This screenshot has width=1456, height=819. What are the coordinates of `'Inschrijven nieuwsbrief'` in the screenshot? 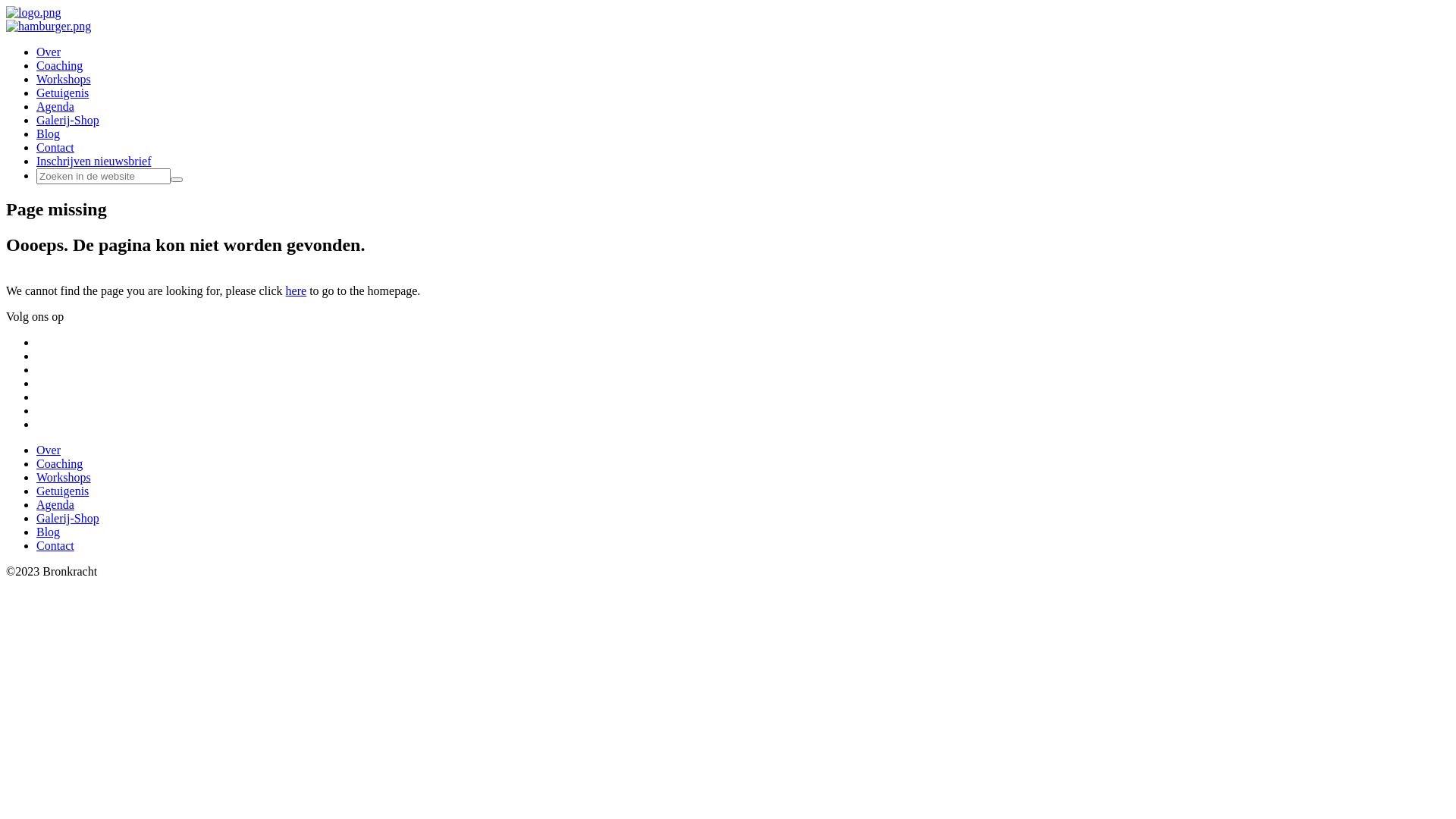 It's located at (93, 161).